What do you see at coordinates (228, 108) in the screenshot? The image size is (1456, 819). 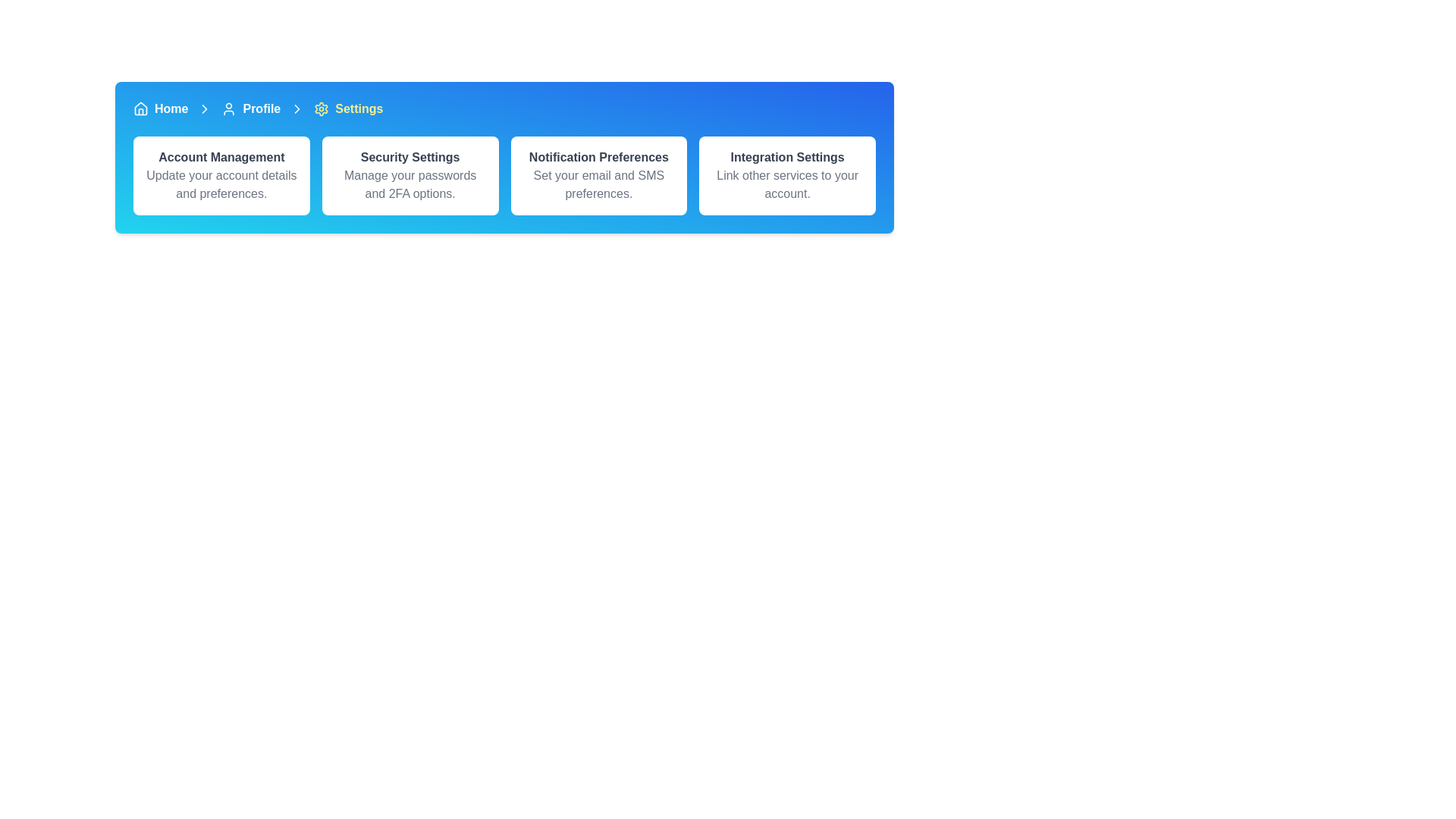 I see `the user profile icon located in the navigation bar, positioned immediately to the left of the 'Profile' text label` at bounding box center [228, 108].